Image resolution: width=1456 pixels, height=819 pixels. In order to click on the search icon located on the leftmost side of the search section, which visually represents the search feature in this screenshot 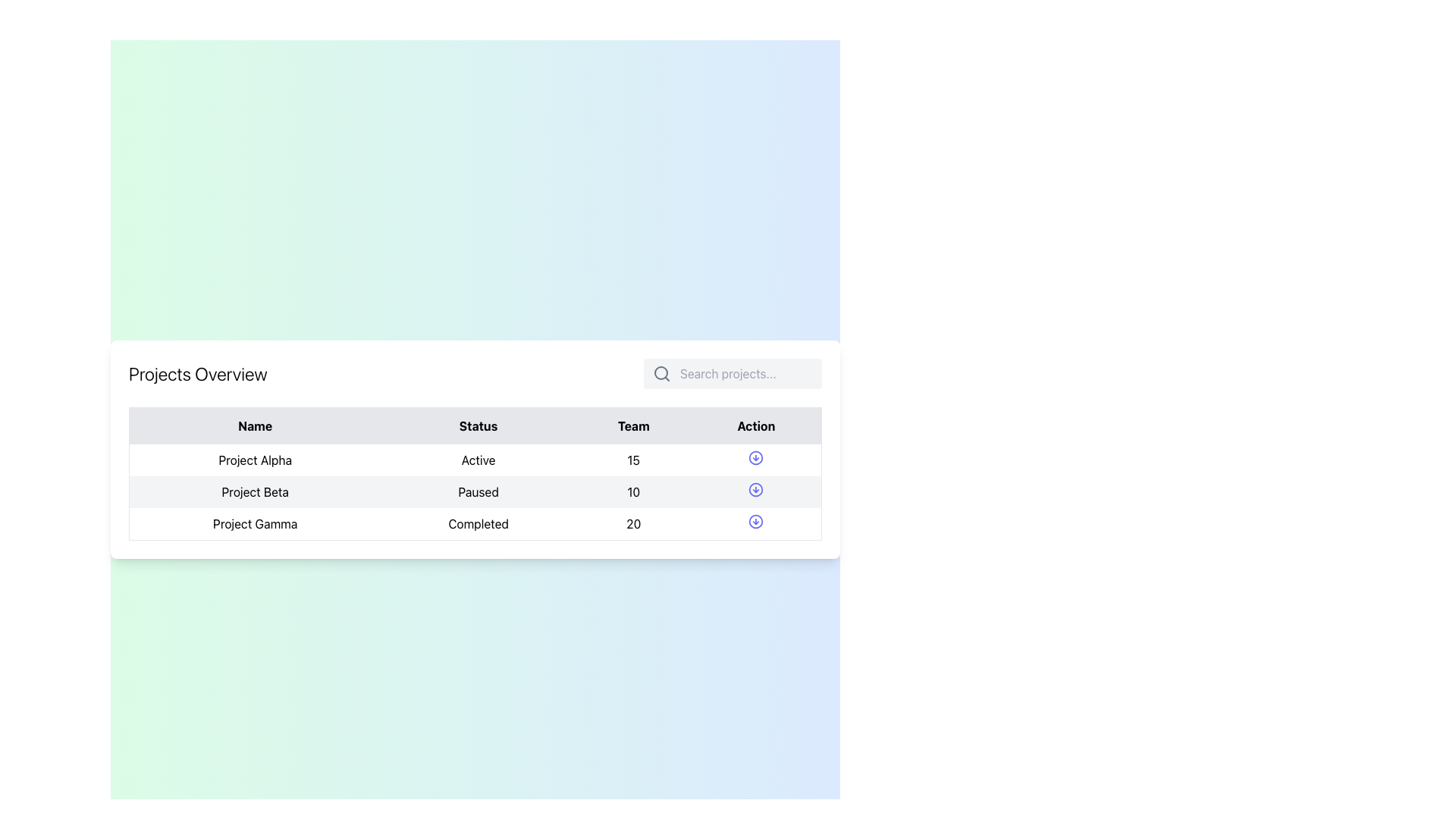, I will do `click(662, 374)`.